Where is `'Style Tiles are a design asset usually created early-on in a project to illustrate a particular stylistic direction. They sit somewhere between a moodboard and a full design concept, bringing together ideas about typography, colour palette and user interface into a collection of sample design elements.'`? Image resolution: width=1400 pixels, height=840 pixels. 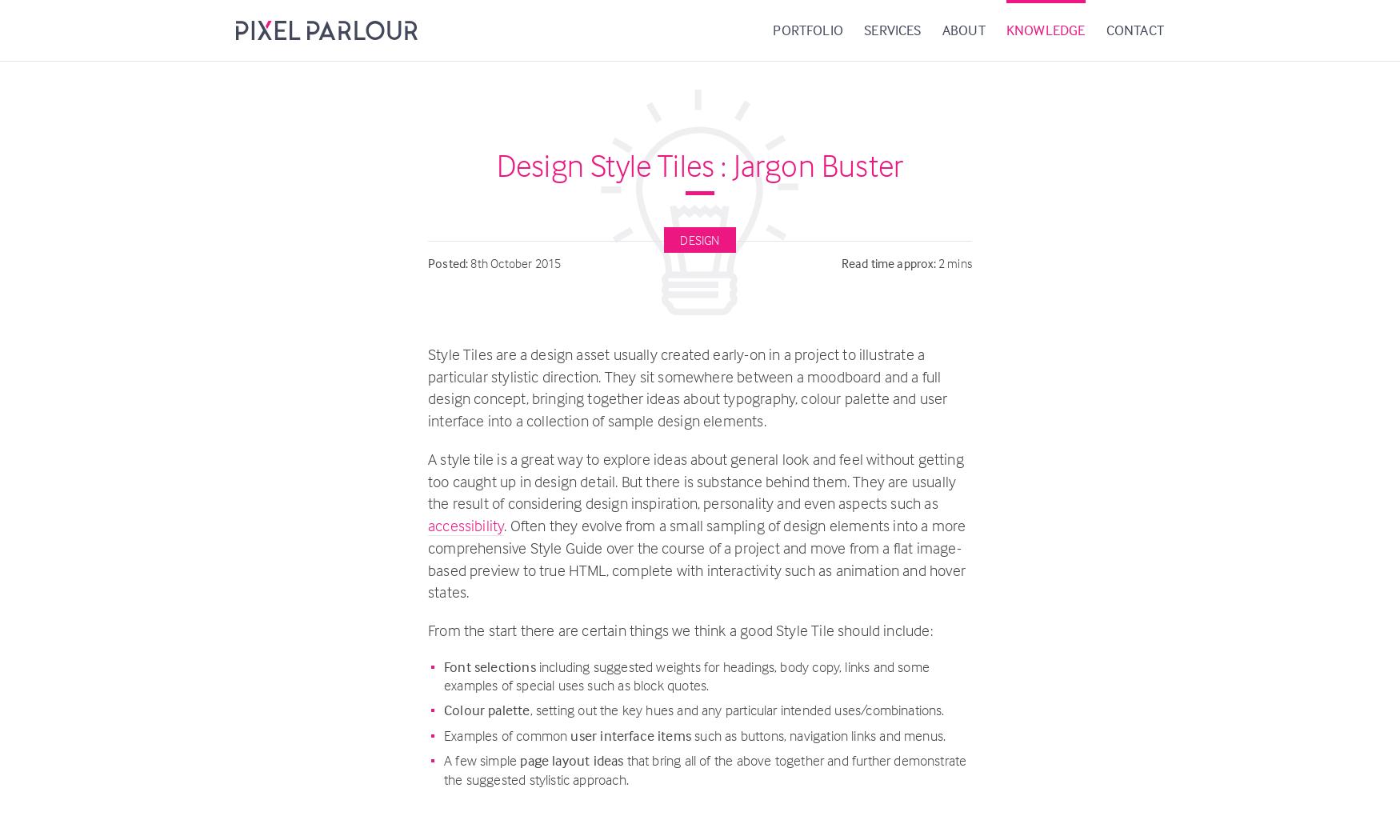
'Style Tiles are a design asset usually created early-on in a project to illustrate a particular stylistic direction. They sit somewhere between a moodboard and a full design concept, bringing together ideas about typography, colour palette and user interface into a collection of sample design elements.' is located at coordinates (426, 387).